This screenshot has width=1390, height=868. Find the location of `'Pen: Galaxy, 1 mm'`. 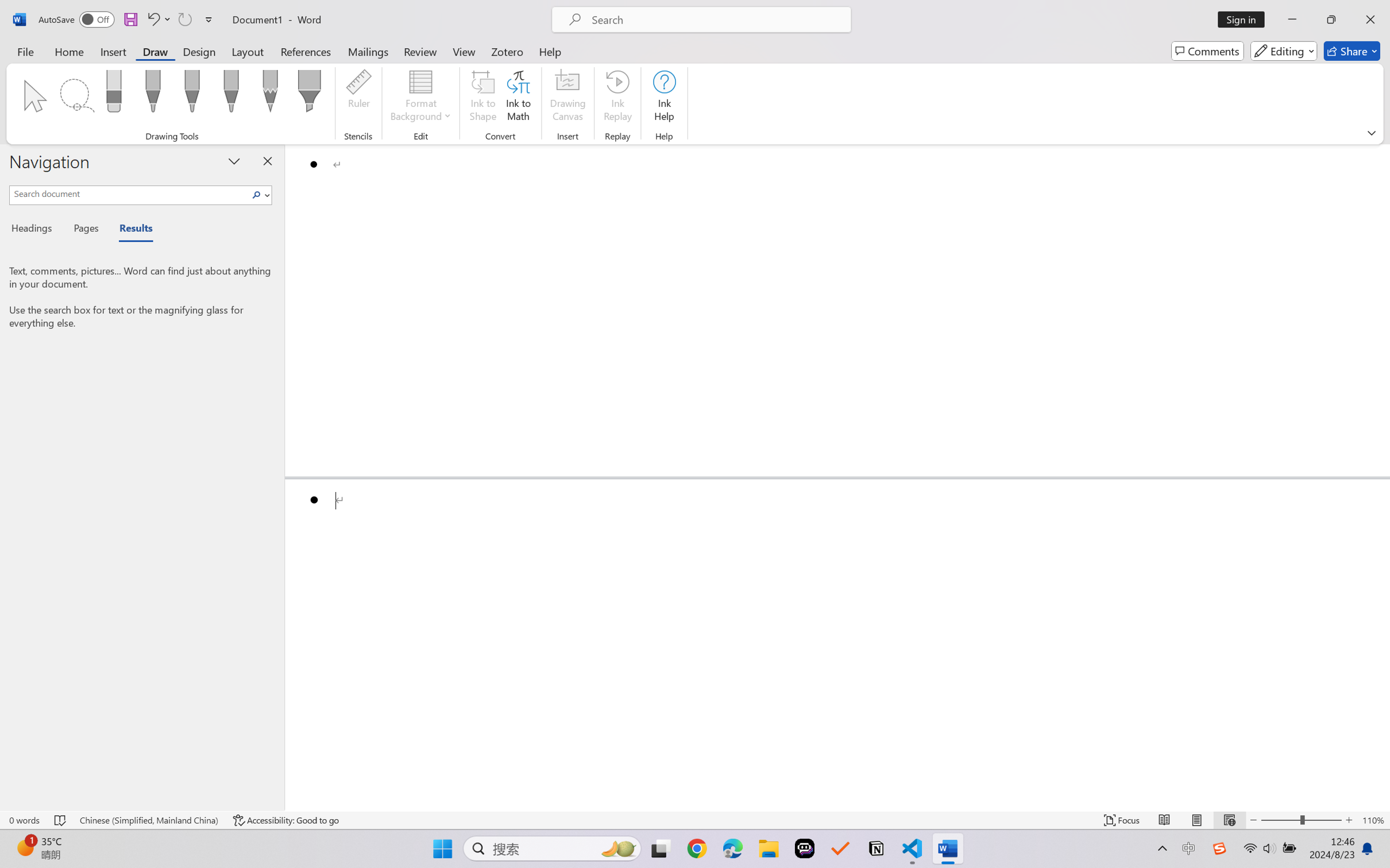

'Pen: Galaxy, 1 mm' is located at coordinates (230, 94).